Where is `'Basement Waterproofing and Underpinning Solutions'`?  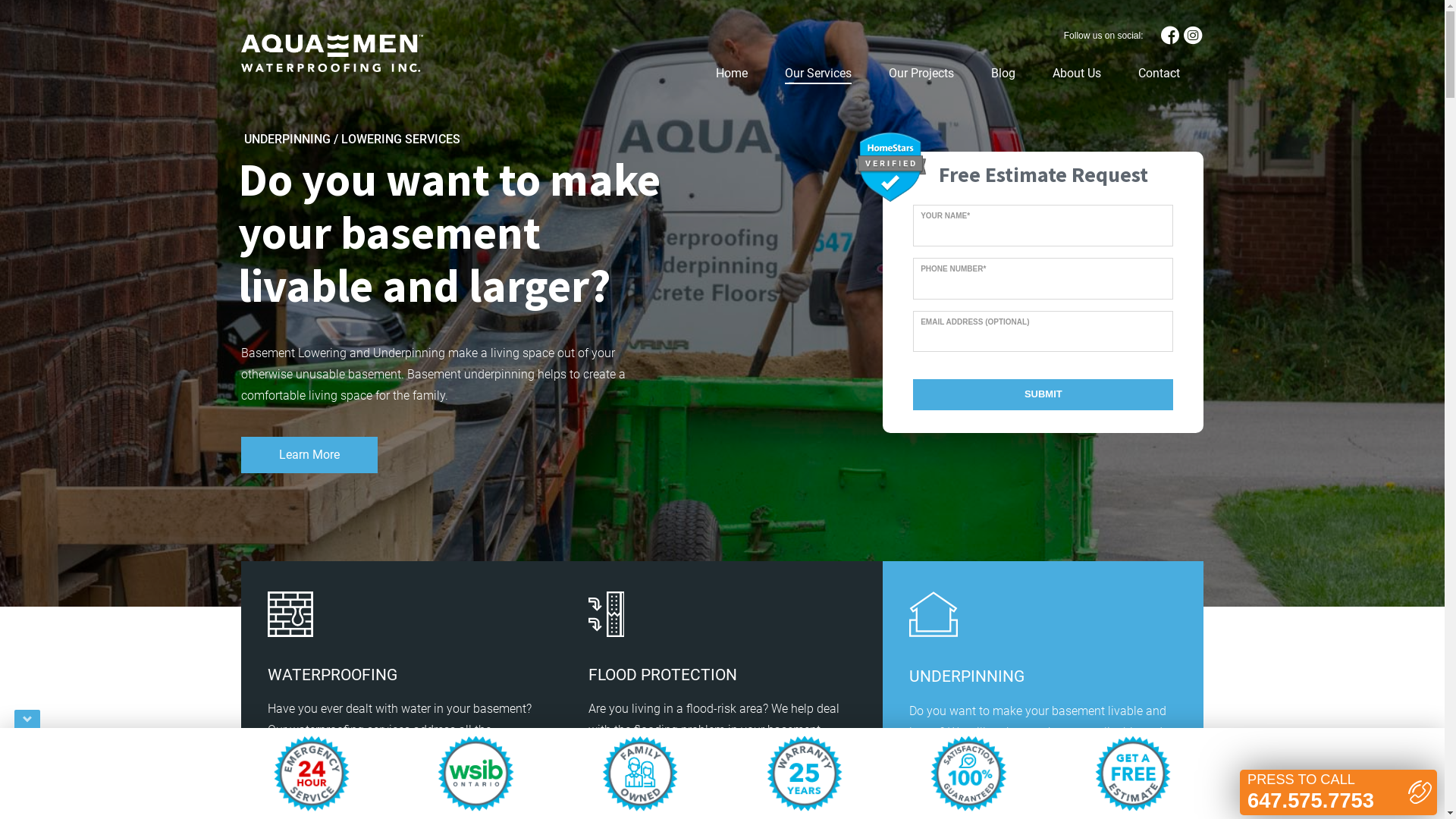
'Basement Waterproofing and Underpinning Solutions' is located at coordinates (331, 52).